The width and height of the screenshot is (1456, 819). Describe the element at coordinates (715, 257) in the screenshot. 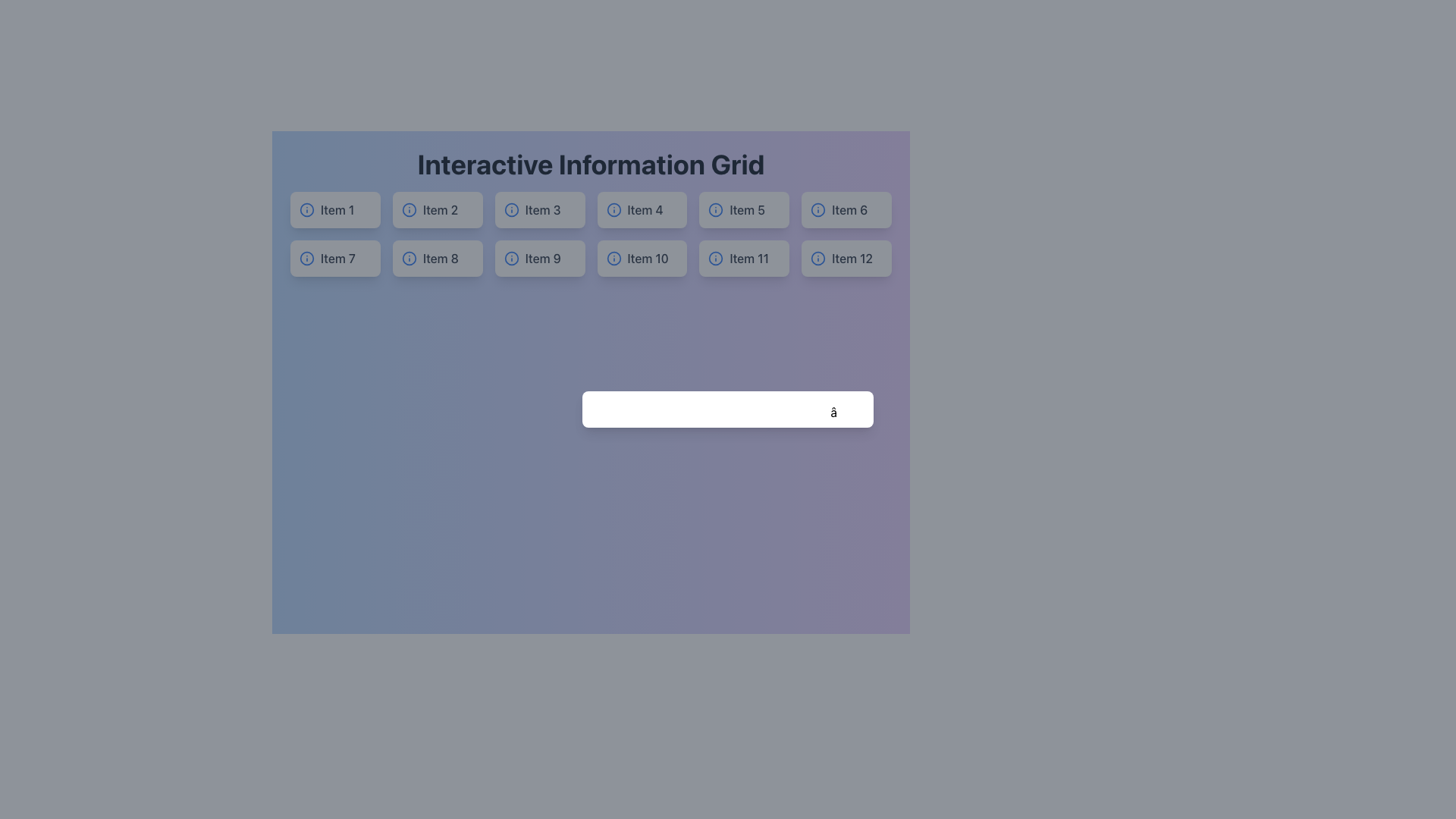

I see `the informational icon located to the left of the textual label 'Item 11'` at that location.